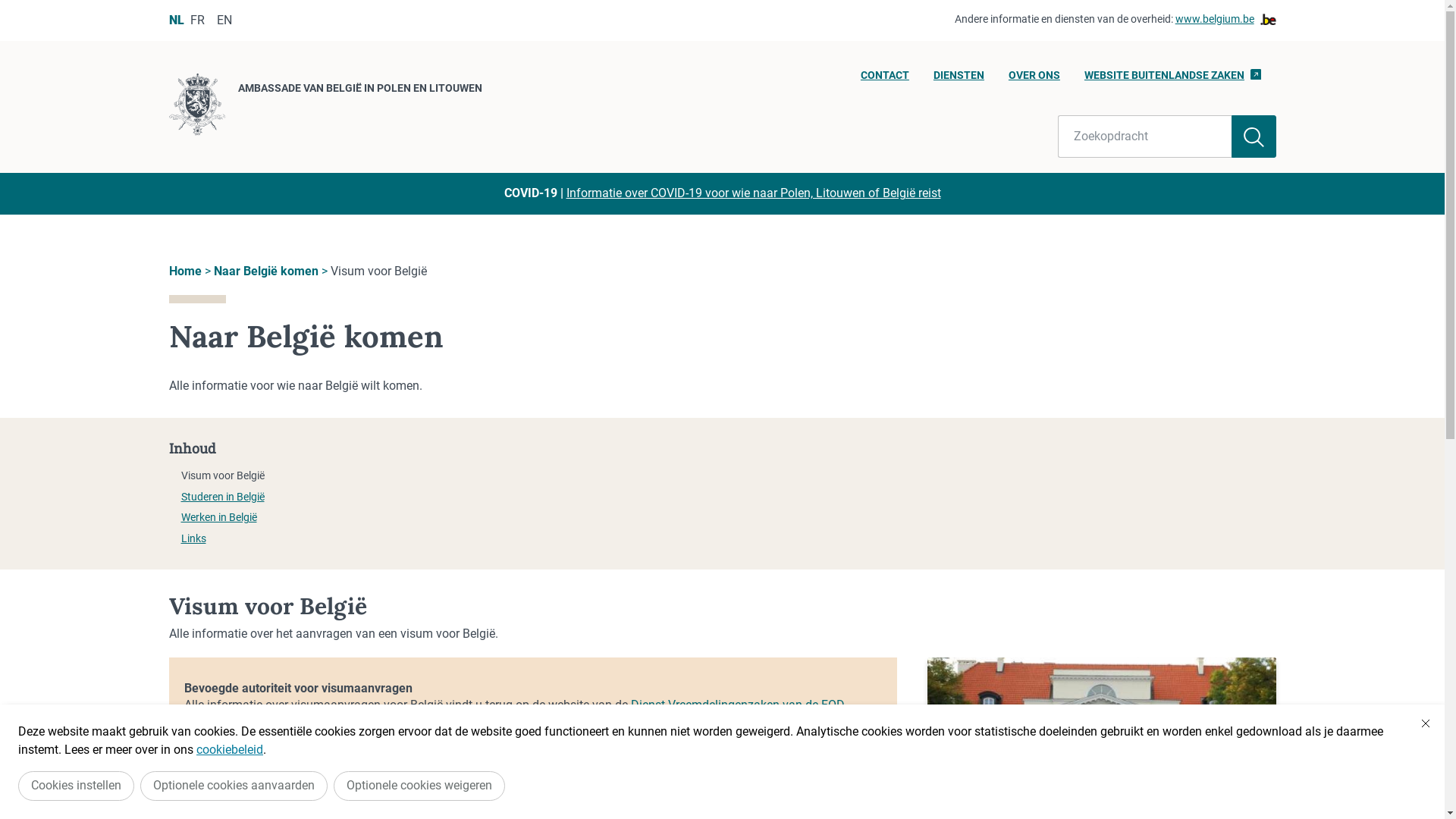 The width and height of the screenshot is (1456, 819). What do you see at coordinates (140, 785) in the screenshot?
I see `'Optionele cookies aanvaarden'` at bounding box center [140, 785].